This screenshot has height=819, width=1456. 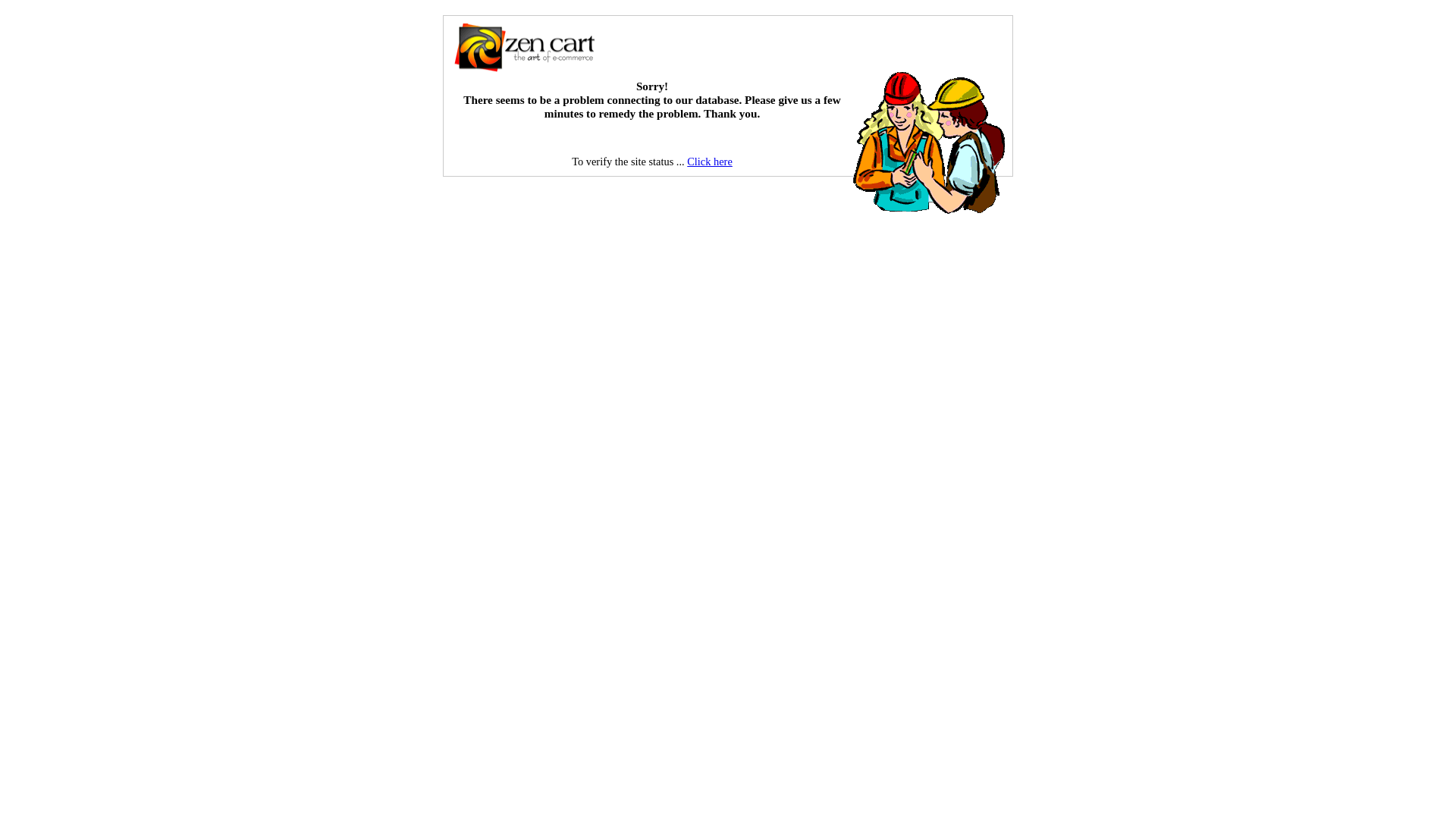 What do you see at coordinates (524, 46) in the screenshot?
I see `'This Is my store logo. [home link]'` at bounding box center [524, 46].